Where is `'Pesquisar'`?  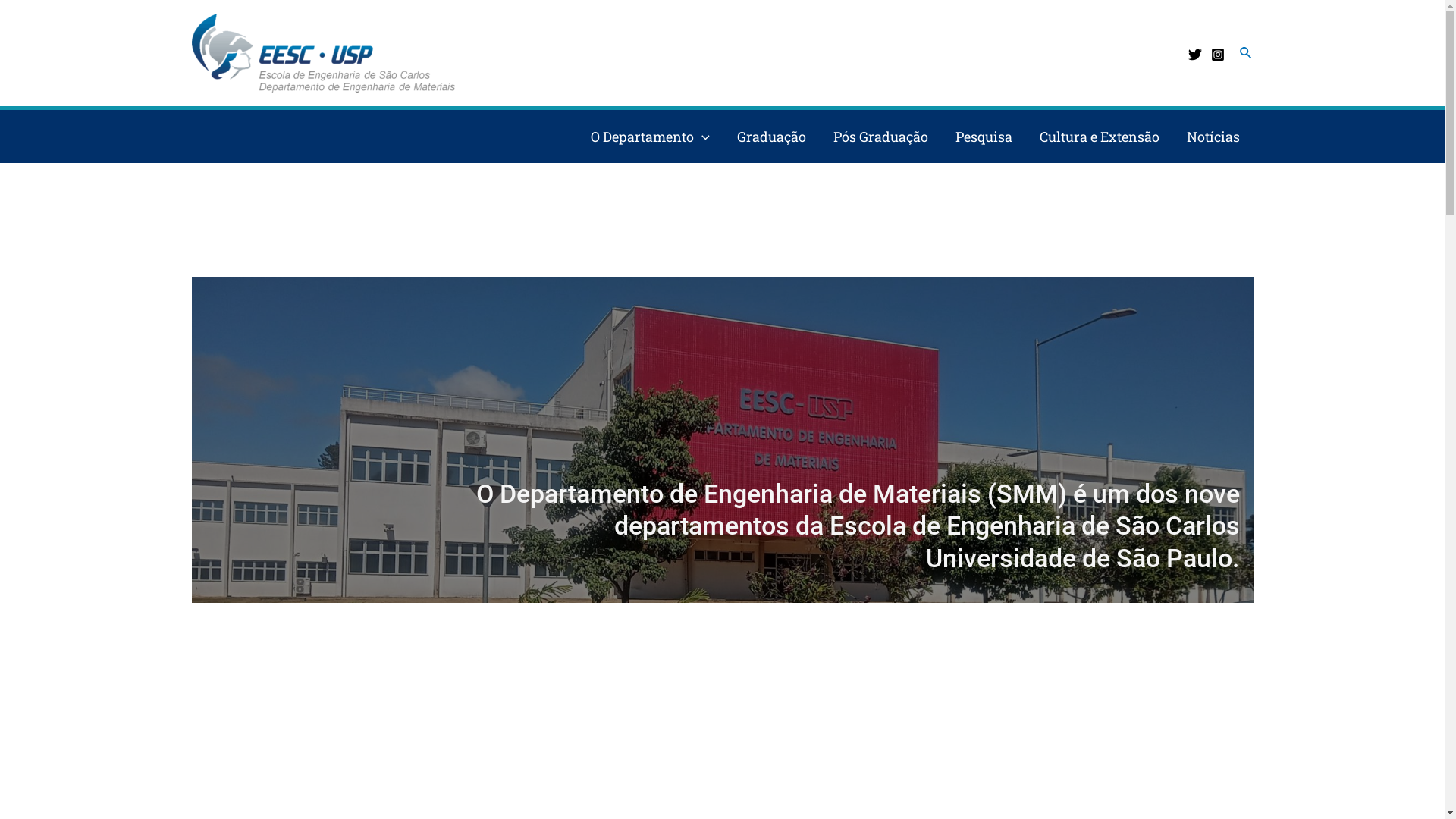 'Pesquisar' is located at coordinates (1246, 52).